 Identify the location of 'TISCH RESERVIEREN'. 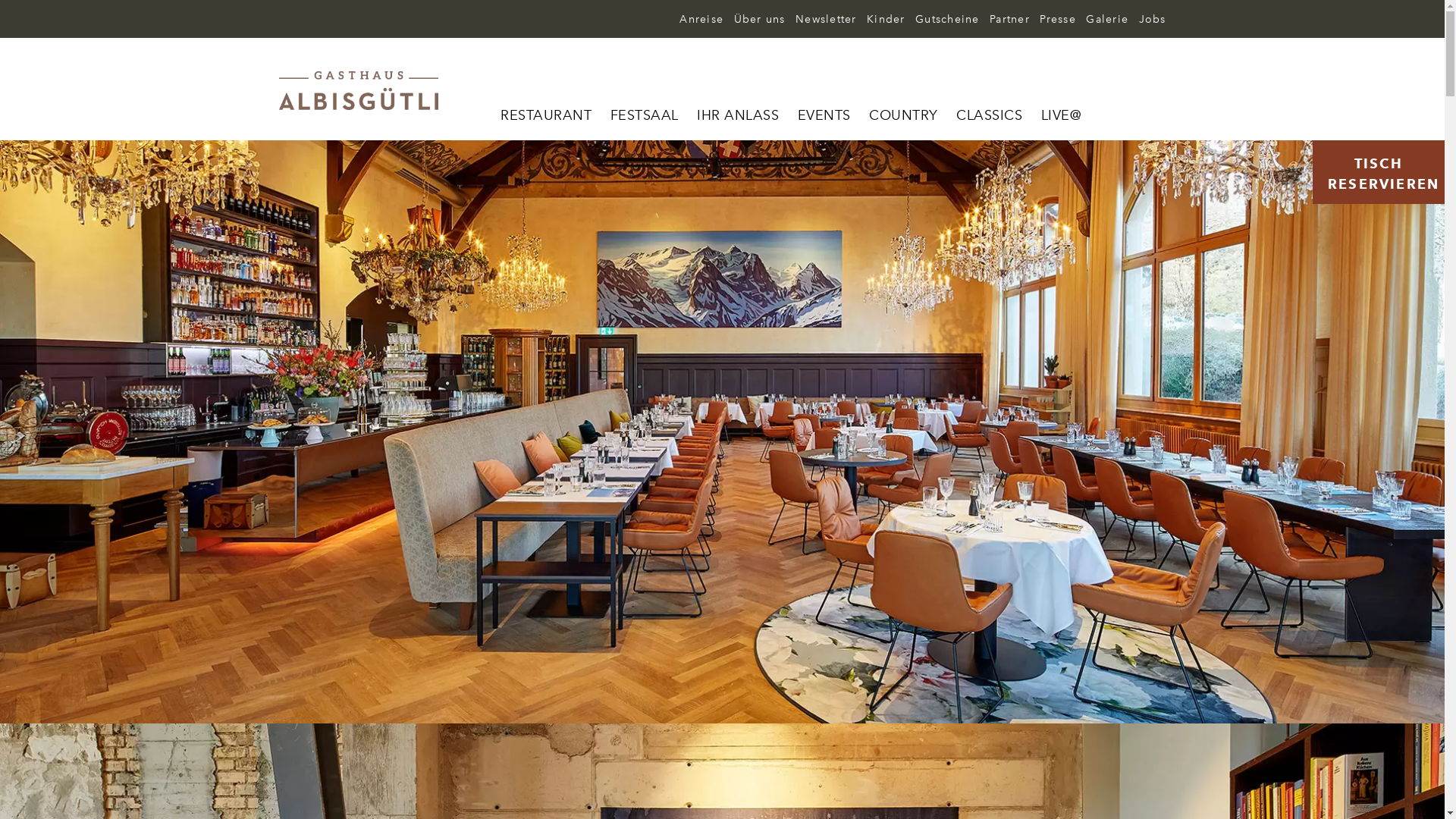
(1379, 171).